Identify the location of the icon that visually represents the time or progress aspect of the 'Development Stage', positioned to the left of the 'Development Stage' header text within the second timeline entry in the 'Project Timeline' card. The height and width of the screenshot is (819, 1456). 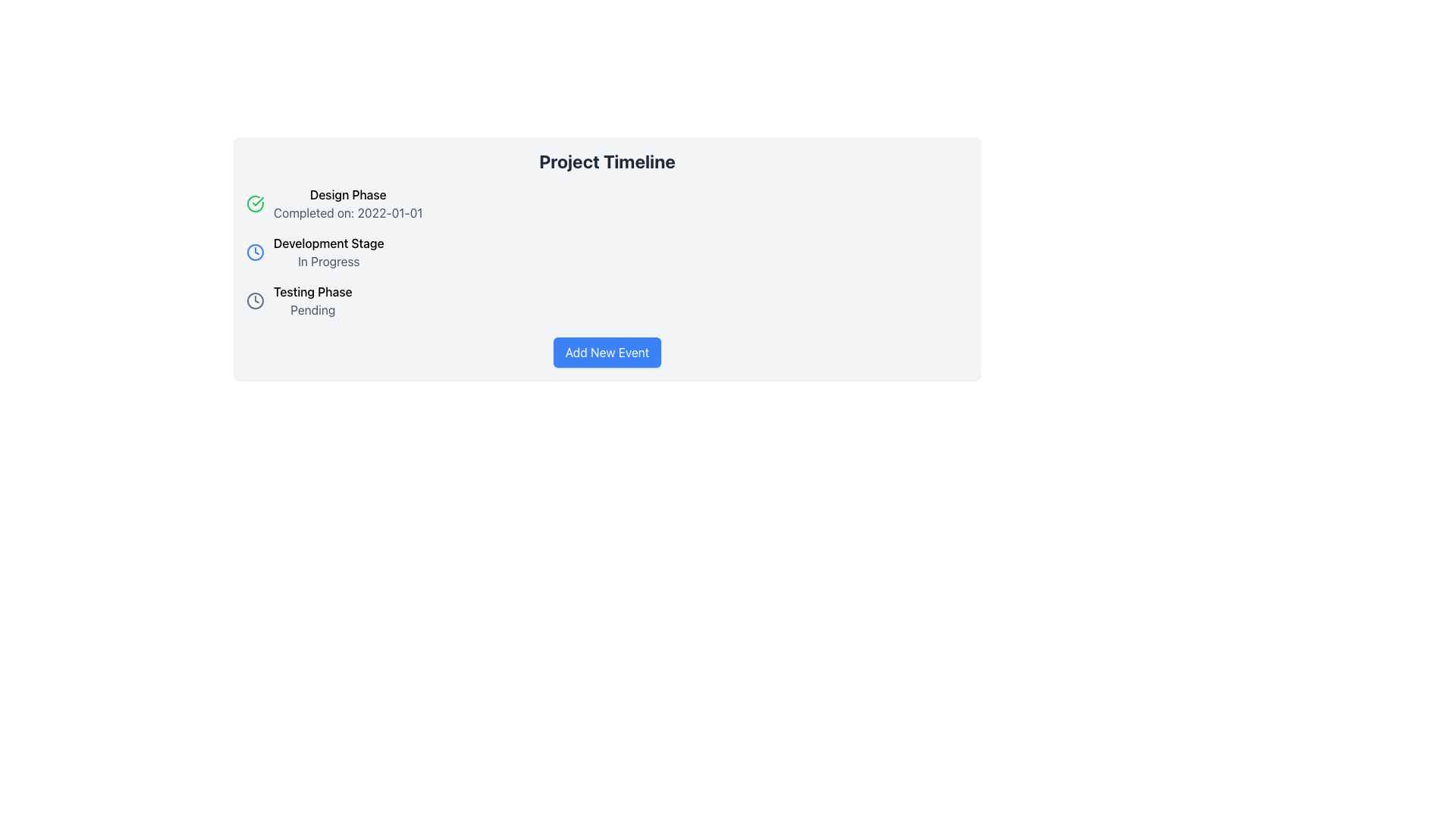
(255, 251).